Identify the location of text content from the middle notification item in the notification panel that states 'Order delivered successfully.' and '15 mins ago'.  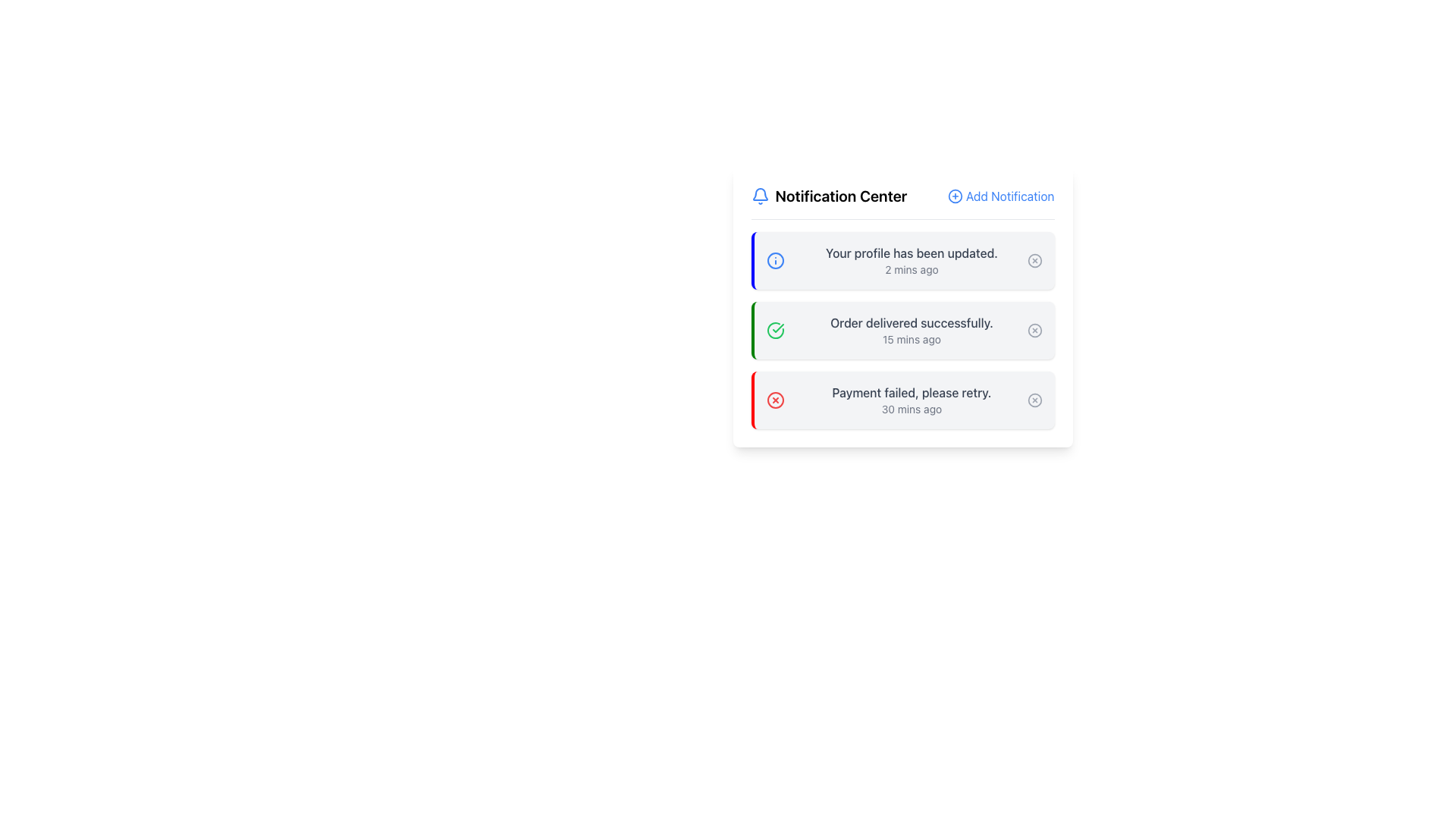
(911, 329).